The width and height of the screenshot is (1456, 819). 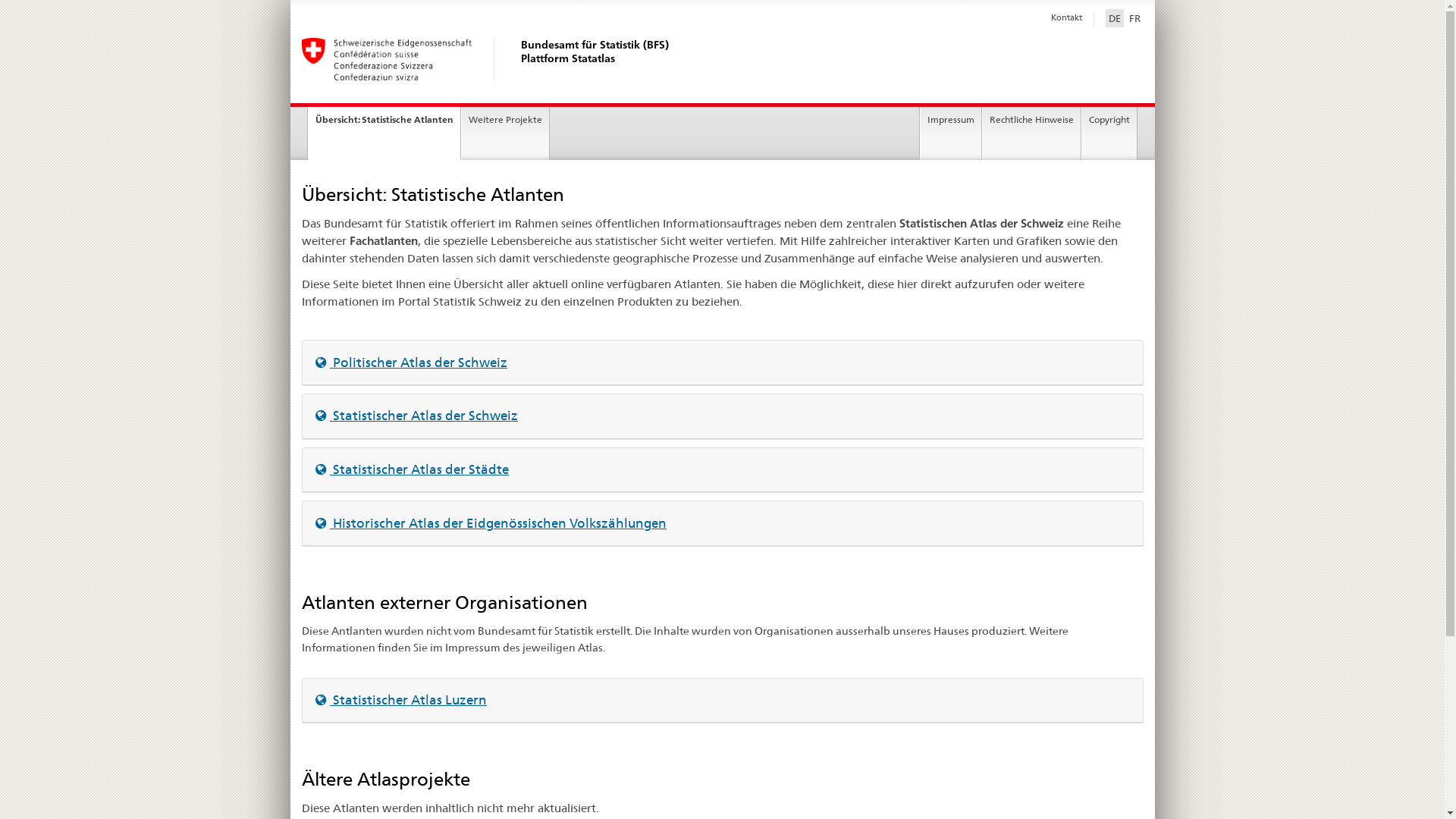 What do you see at coordinates (1134, 17) in the screenshot?
I see `'FR'` at bounding box center [1134, 17].